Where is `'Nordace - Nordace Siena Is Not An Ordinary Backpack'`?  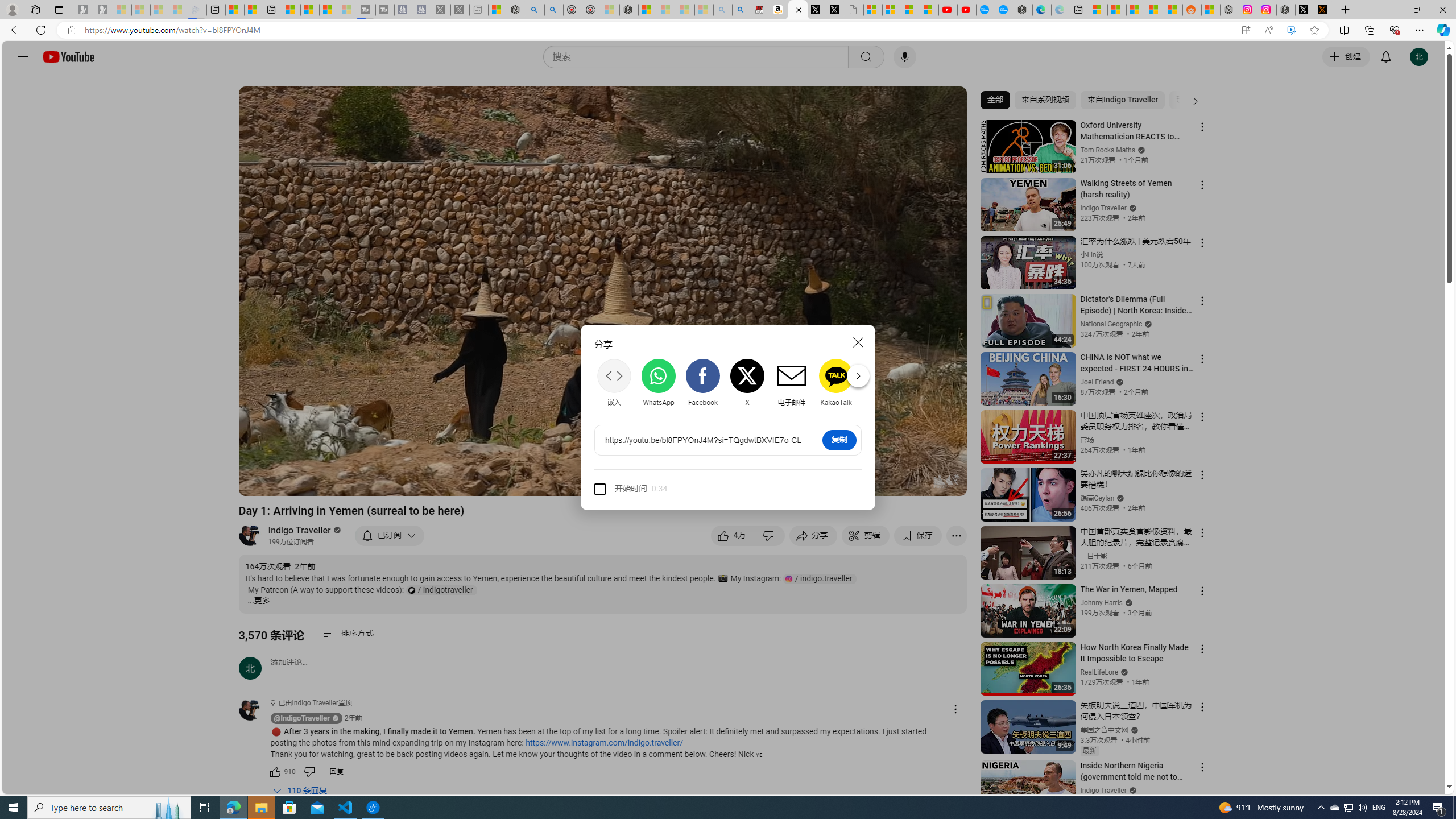
'Nordace - Nordace Siena Is Not An Ordinary Backpack' is located at coordinates (628, 9).